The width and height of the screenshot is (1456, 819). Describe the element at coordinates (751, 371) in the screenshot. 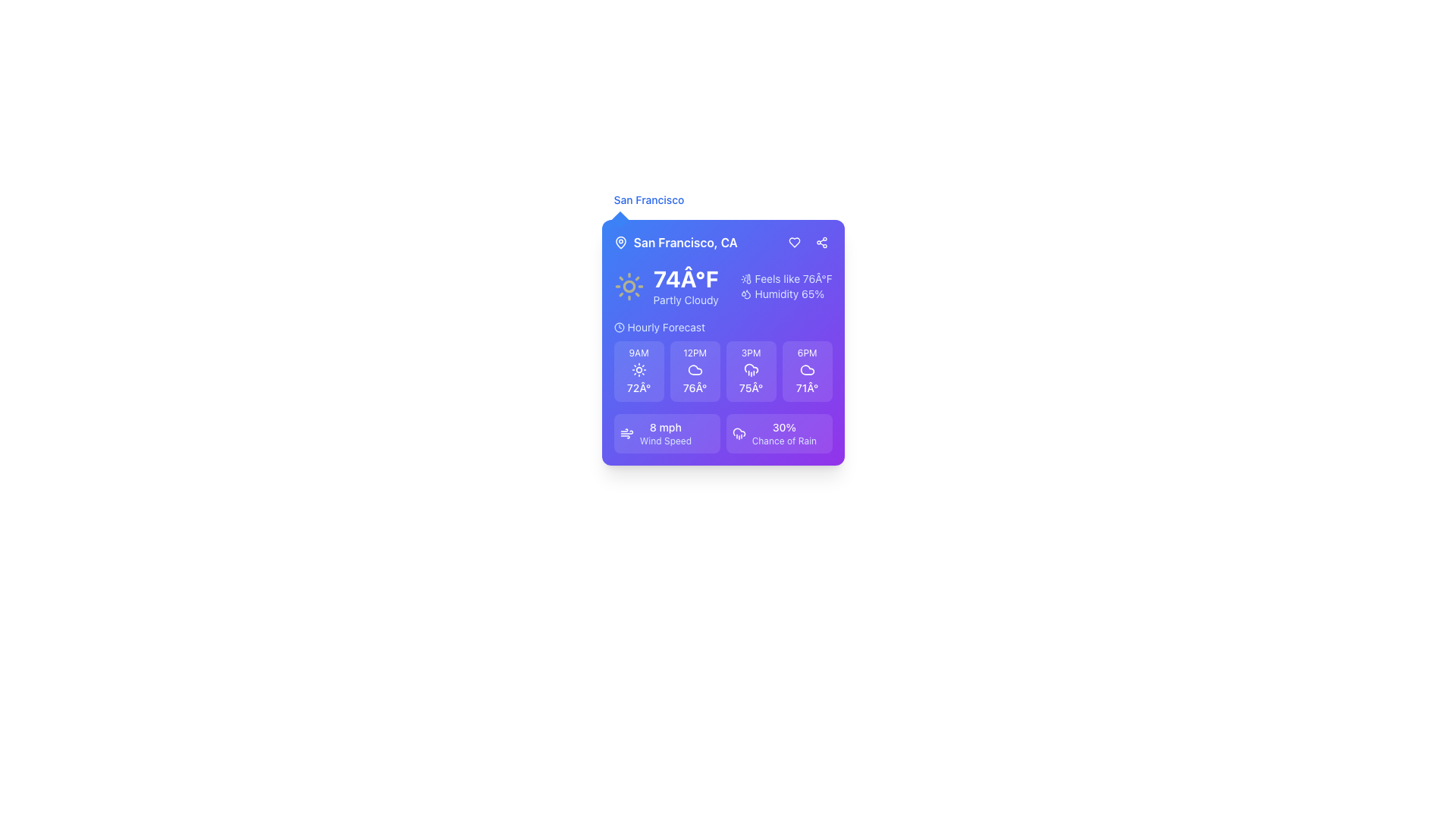

I see `weather forecast details from the Information display card located in the Hourly Forecast section, specifically the card for 3PM, which is the third box in a series of four` at that location.